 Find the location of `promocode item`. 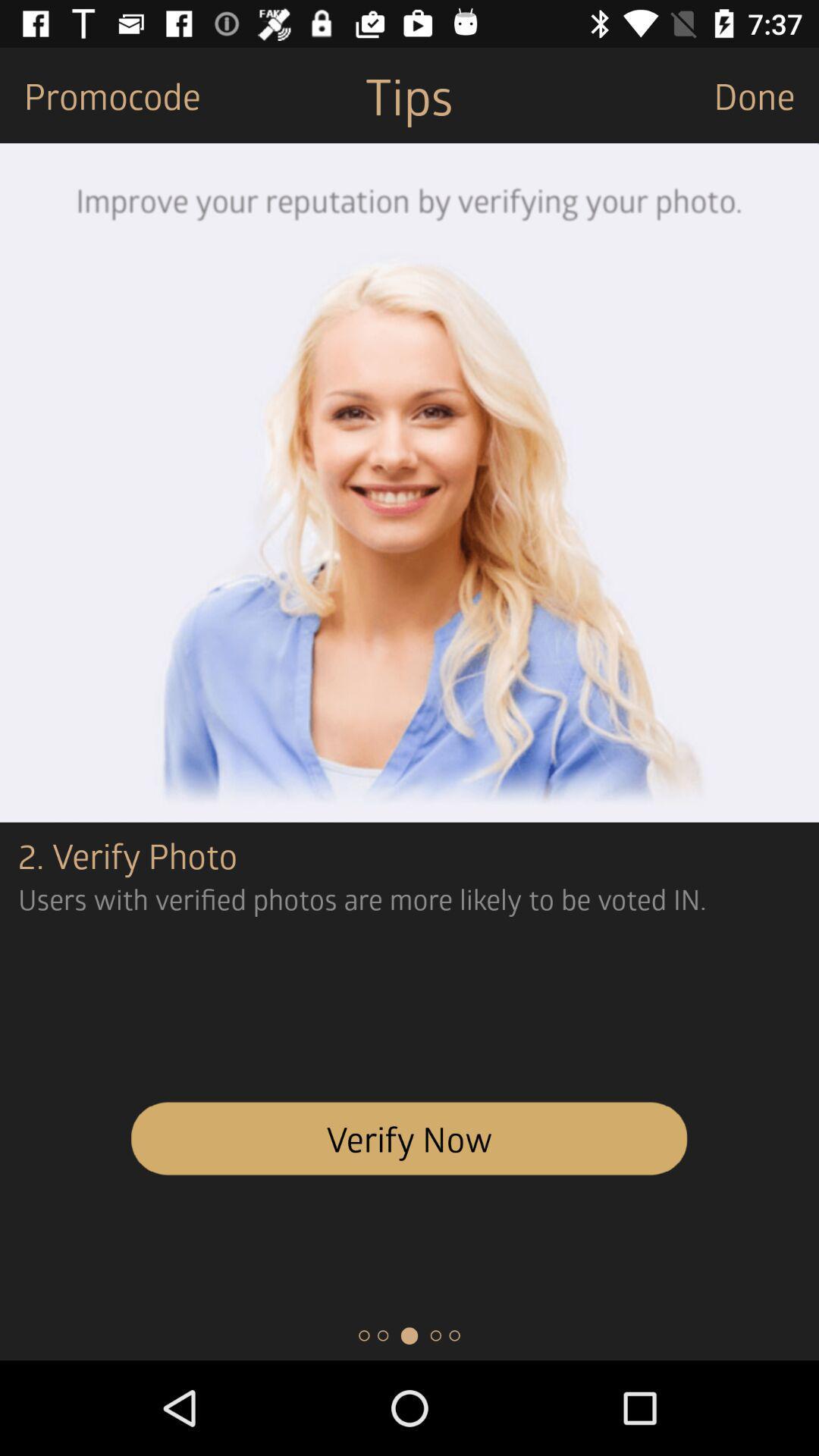

promocode item is located at coordinates (100, 94).